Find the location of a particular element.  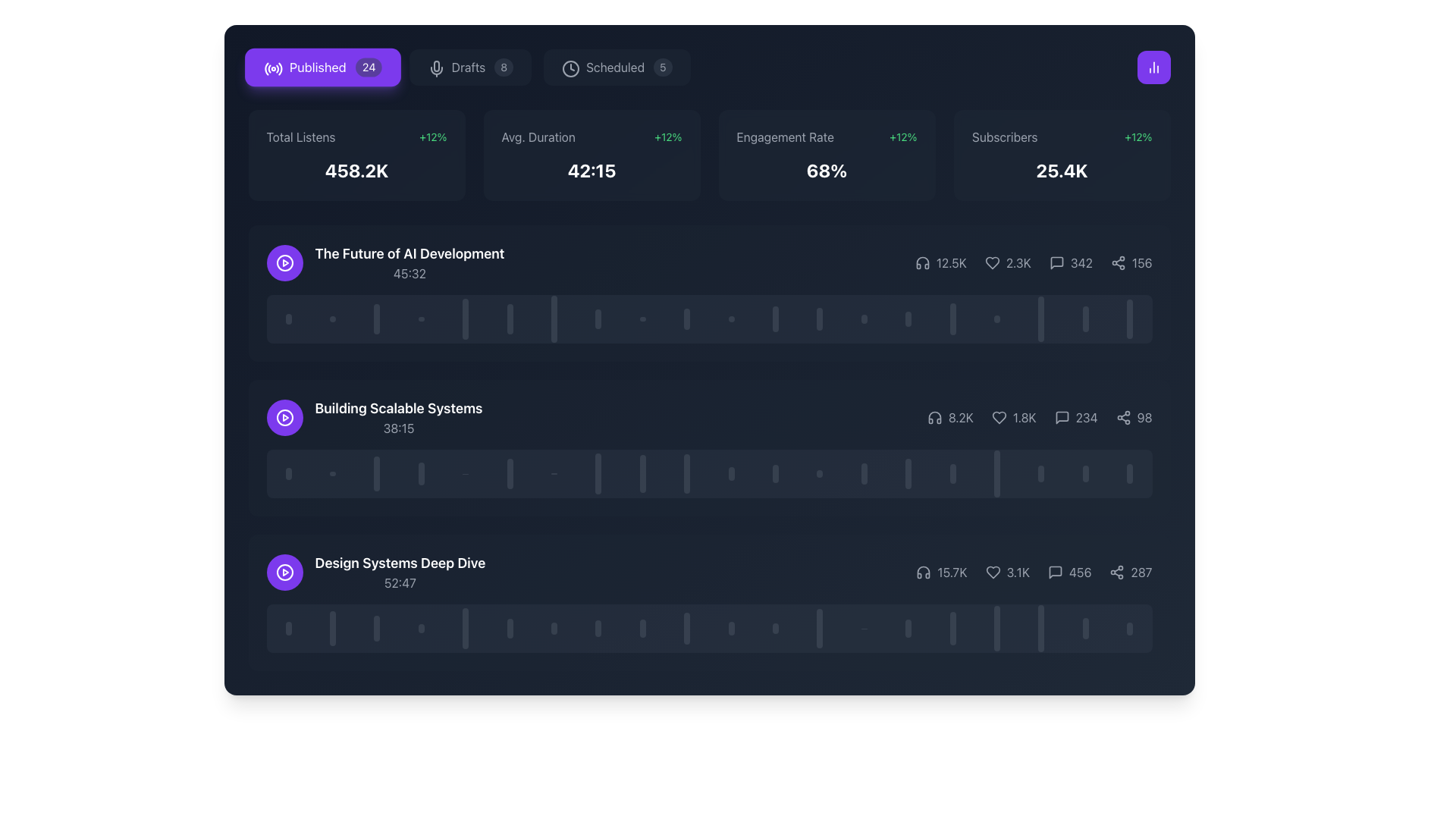

the Information card displaying the engagement rate metric, which is the third card in a horizontal grid layout of four items is located at coordinates (826, 155).